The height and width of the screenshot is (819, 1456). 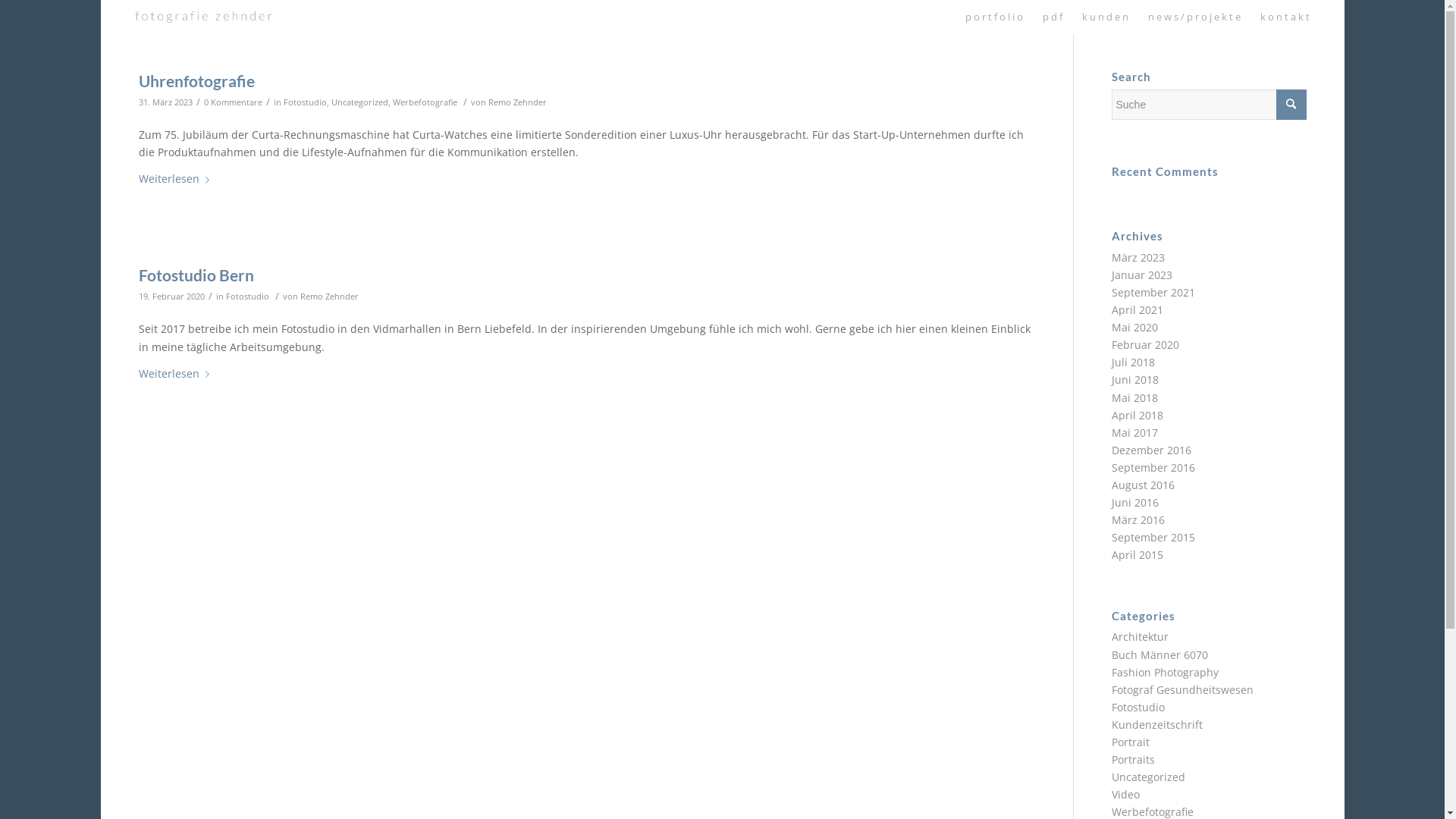 What do you see at coordinates (1051, 17) in the screenshot?
I see `'p d f'` at bounding box center [1051, 17].